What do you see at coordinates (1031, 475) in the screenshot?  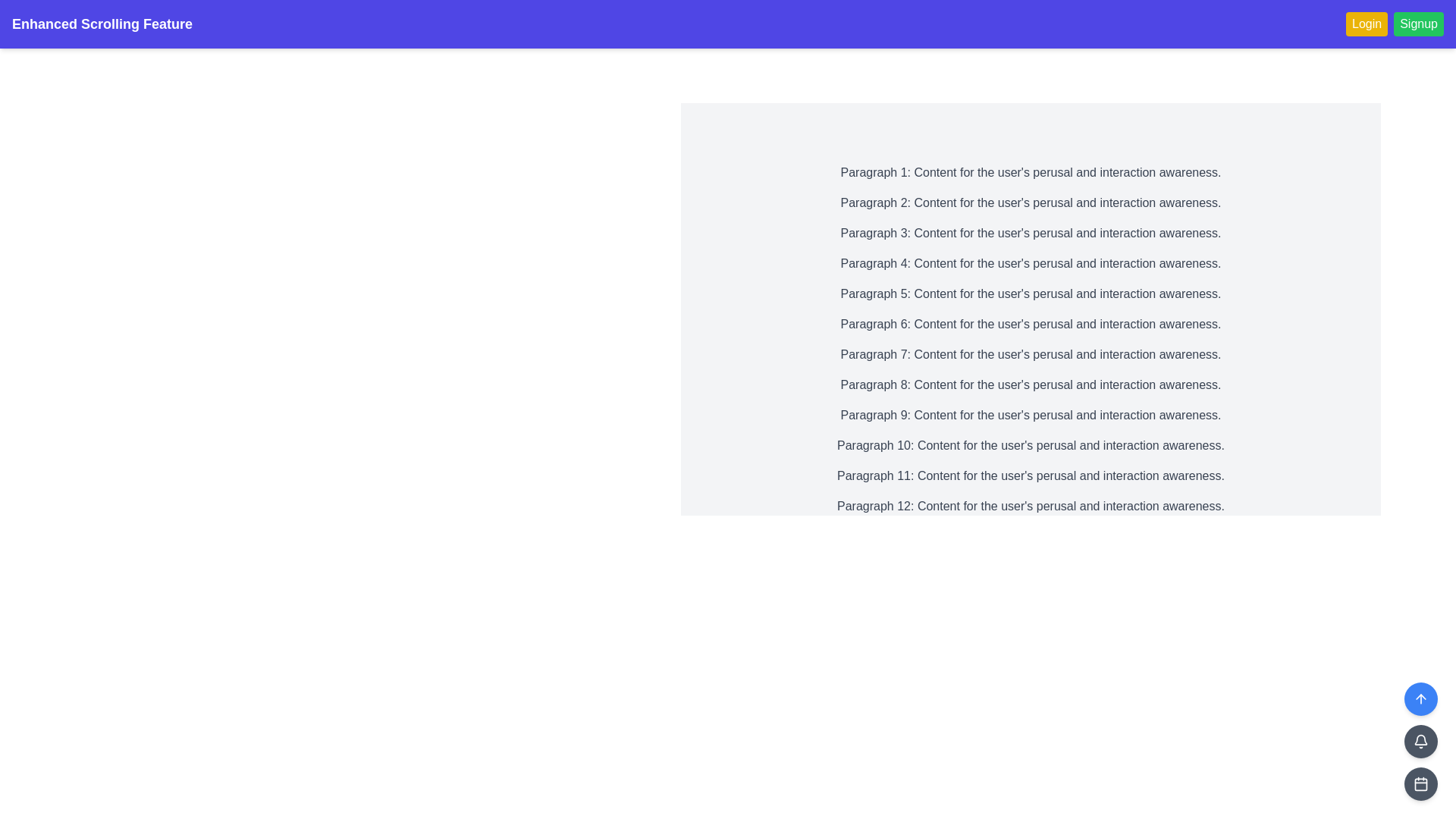 I see `the text of the 11th paragraph labeled 'Paragraph 11: Content for the user's perusal and interaction awareness.'` at bounding box center [1031, 475].